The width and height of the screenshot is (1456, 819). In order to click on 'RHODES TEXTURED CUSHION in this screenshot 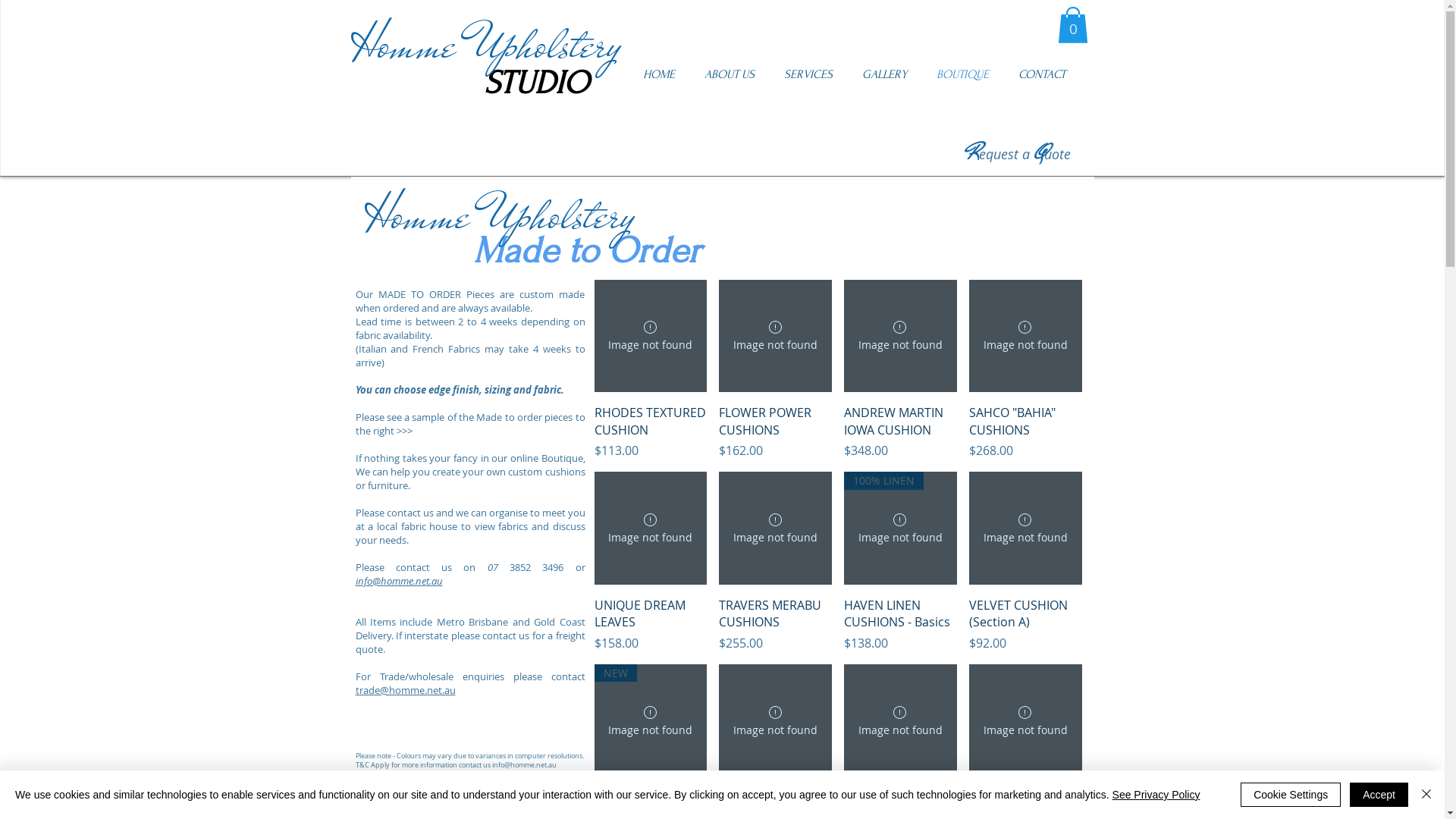, I will do `click(651, 431)`.